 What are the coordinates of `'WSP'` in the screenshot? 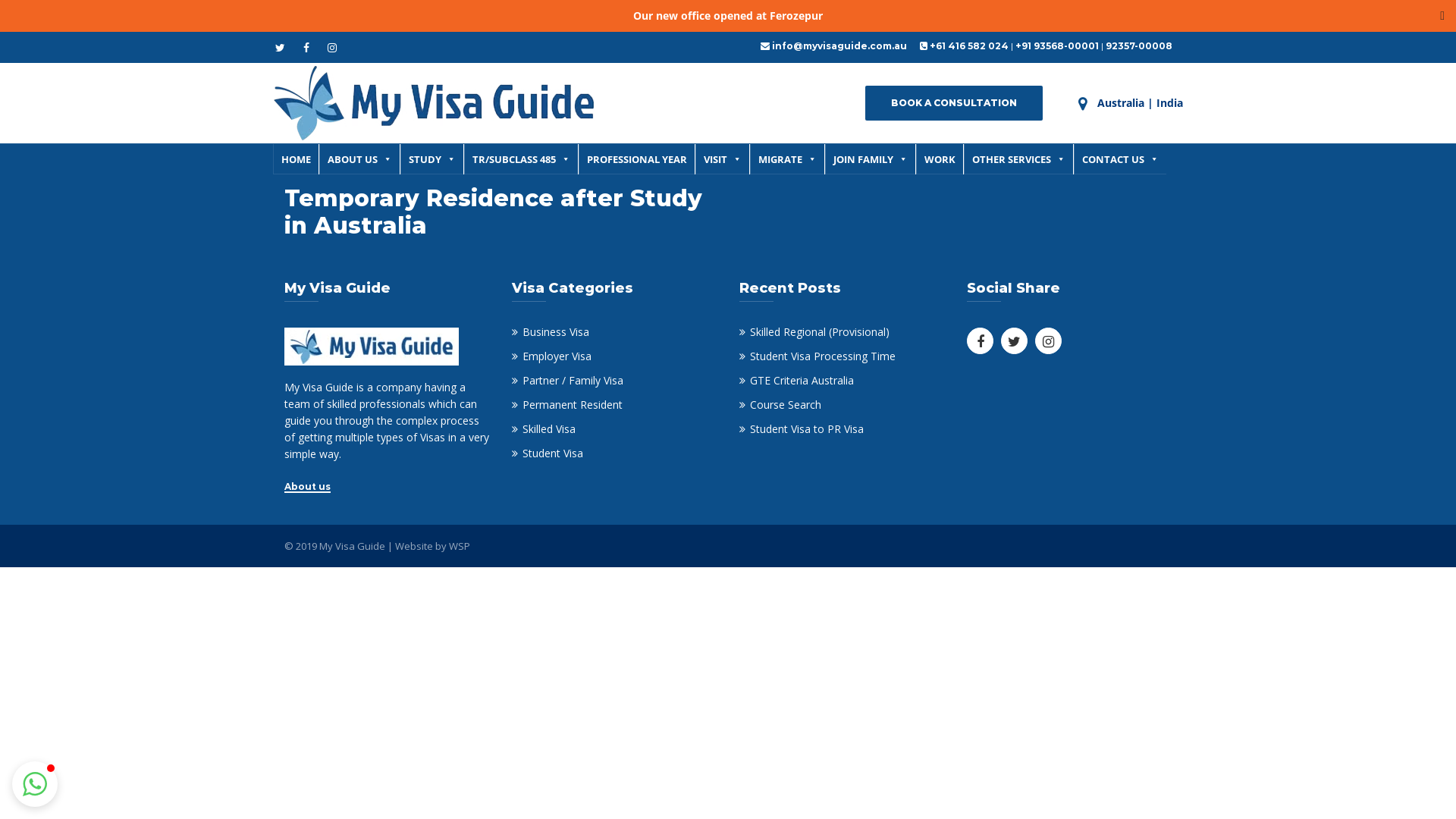 It's located at (458, 546).